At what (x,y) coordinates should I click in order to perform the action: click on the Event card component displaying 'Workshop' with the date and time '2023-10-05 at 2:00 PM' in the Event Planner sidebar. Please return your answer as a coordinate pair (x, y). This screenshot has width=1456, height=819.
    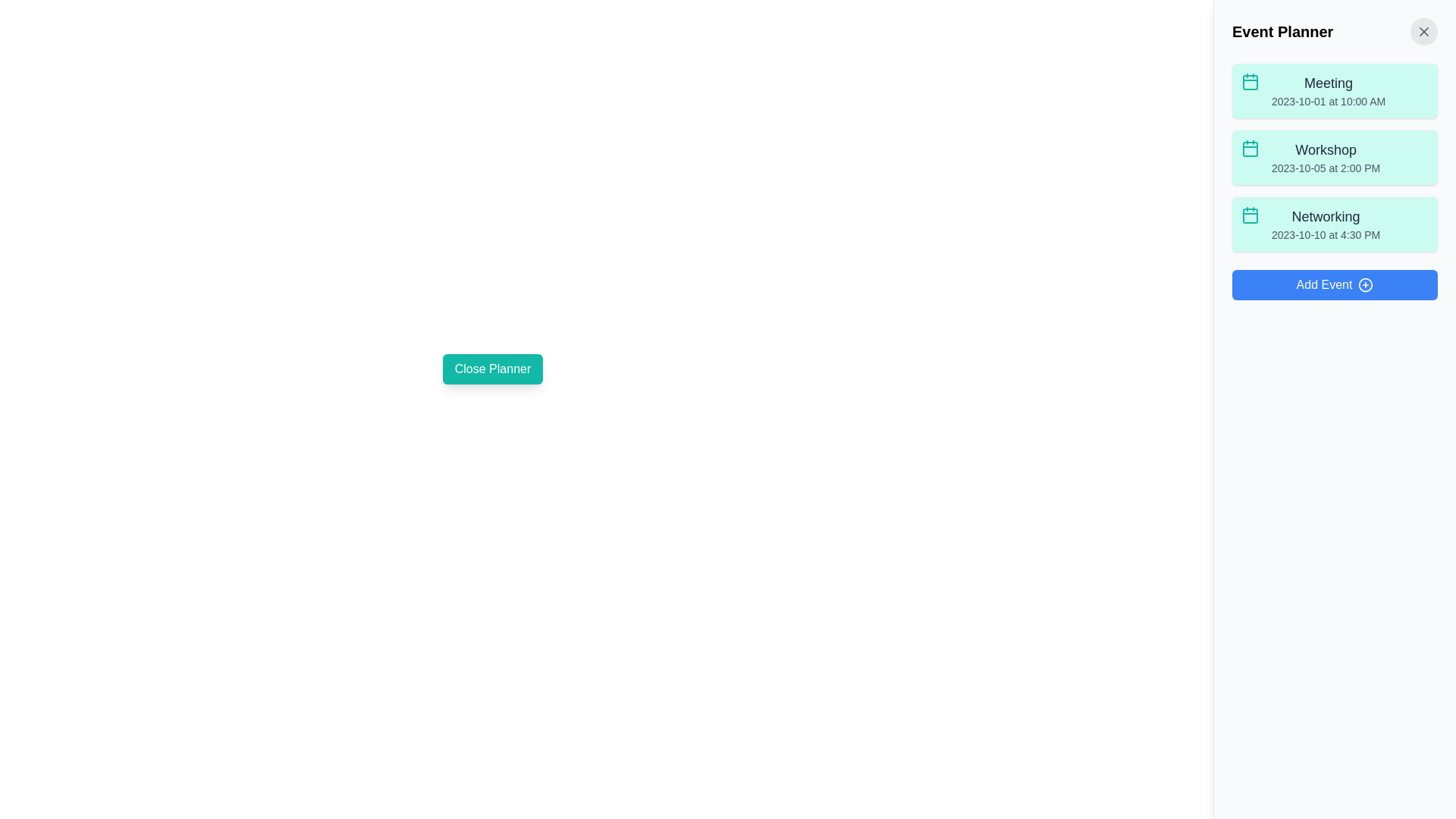
    Looking at the image, I should click on (1335, 158).